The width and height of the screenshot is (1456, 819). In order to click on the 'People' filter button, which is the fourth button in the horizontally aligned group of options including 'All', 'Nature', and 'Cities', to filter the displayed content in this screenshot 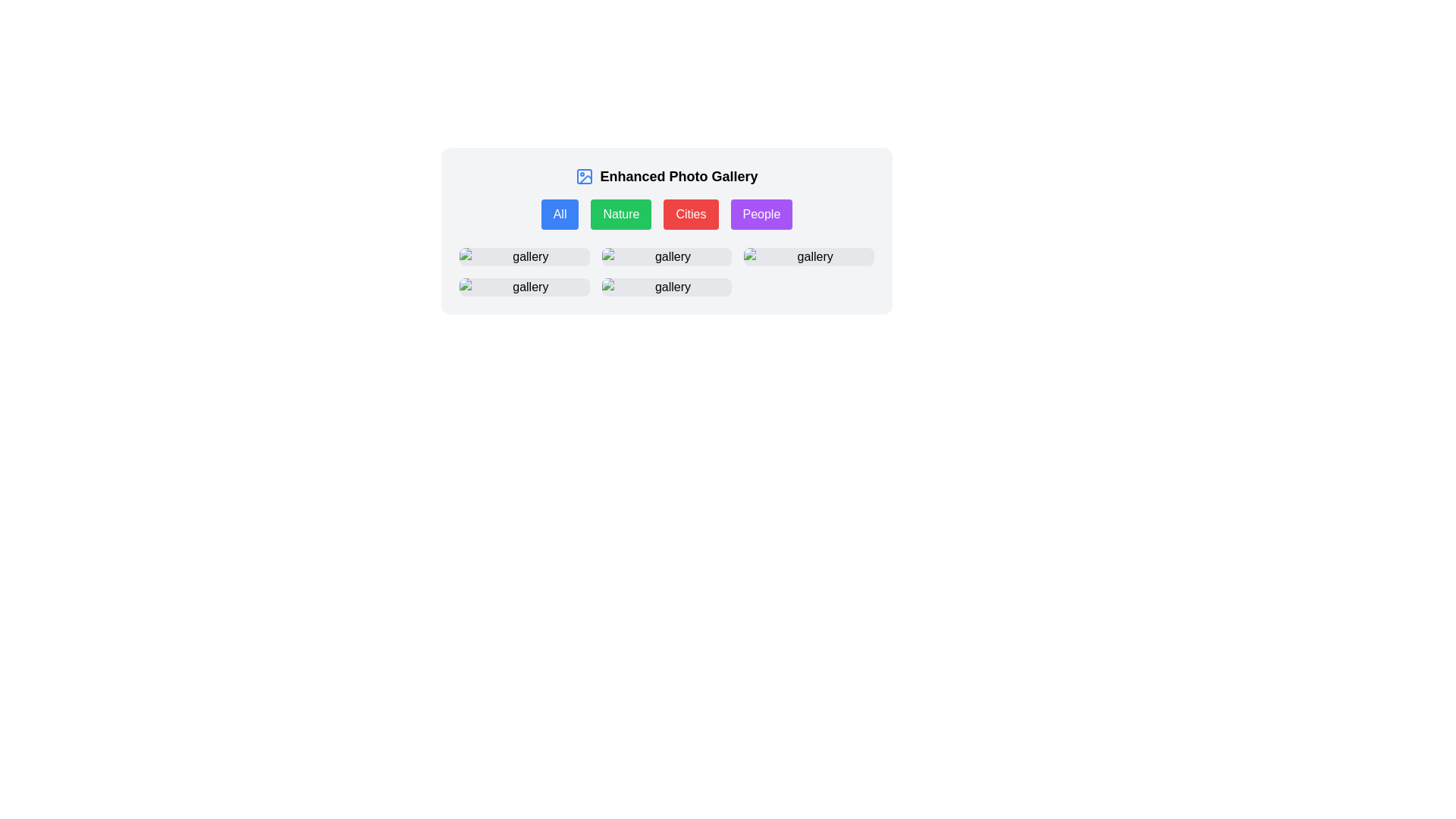, I will do `click(761, 214)`.